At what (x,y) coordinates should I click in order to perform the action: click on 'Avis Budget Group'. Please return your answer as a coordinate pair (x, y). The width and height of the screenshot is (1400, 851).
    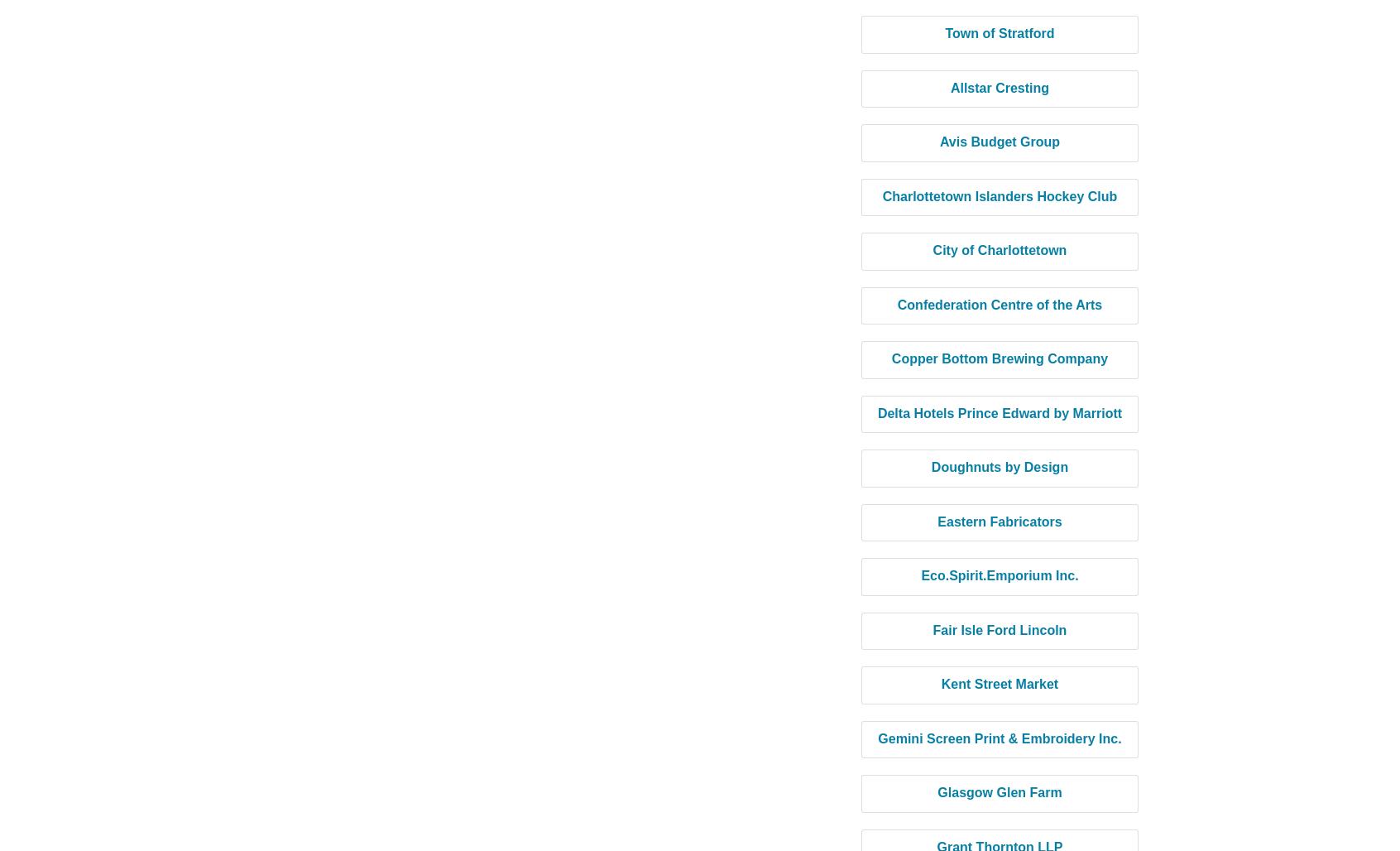
    Looking at the image, I should click on (999, 142).